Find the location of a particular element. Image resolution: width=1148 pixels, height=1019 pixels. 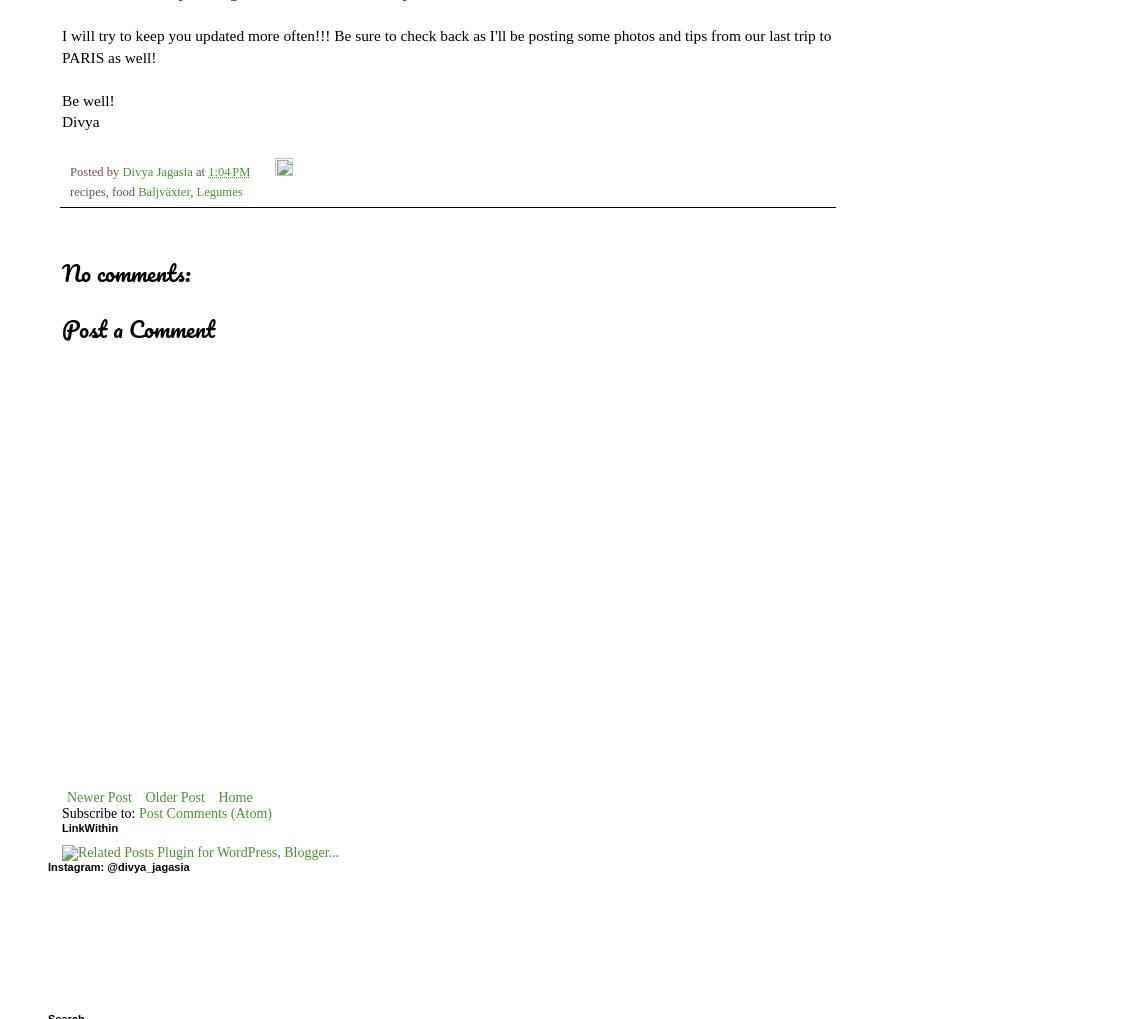

'1:04 PM' is located at coordinates (208, 170).